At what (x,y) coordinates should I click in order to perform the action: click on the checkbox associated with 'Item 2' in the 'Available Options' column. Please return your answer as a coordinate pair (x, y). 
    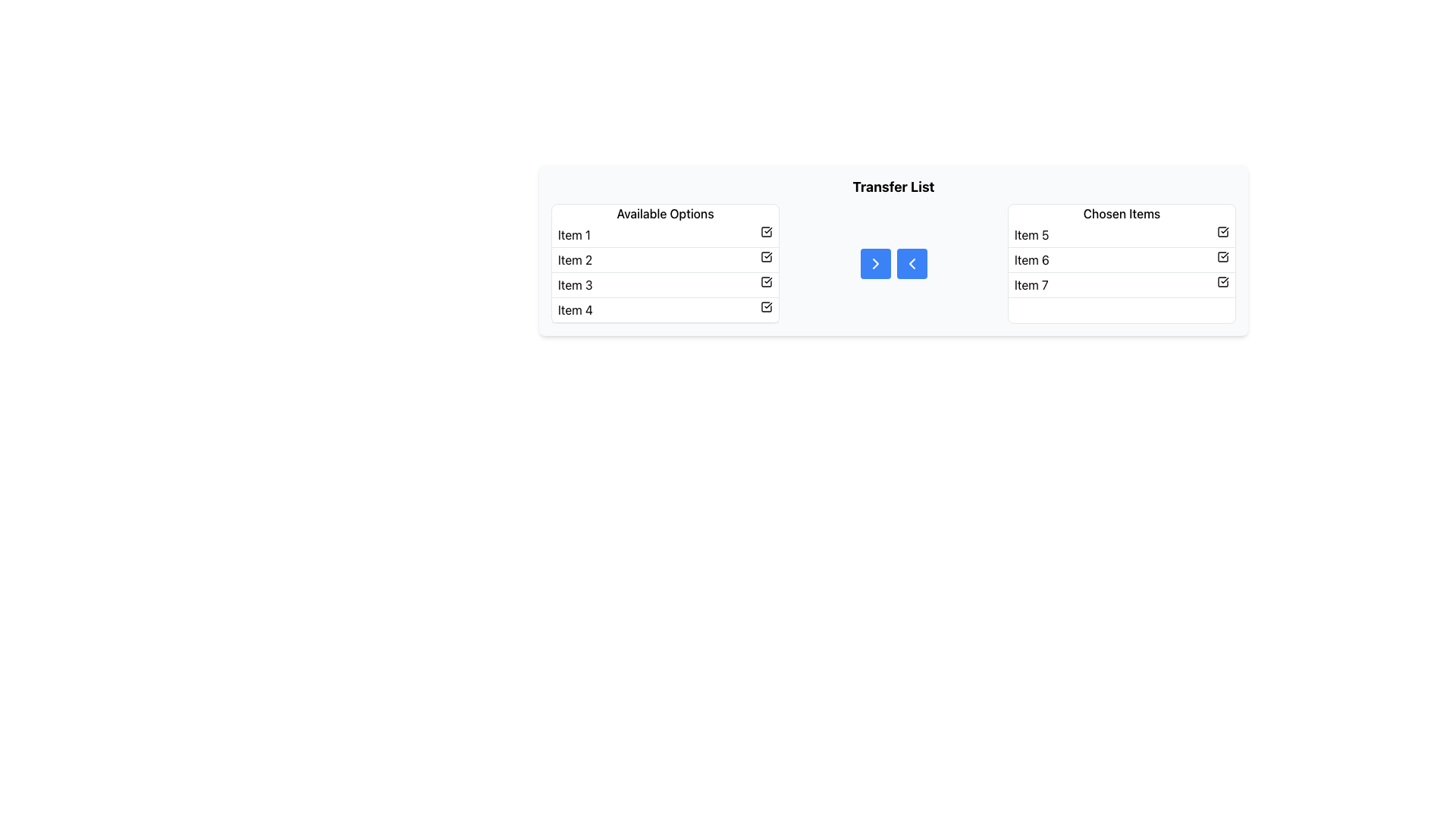
    Looking at the image, I should click on (767, 256).